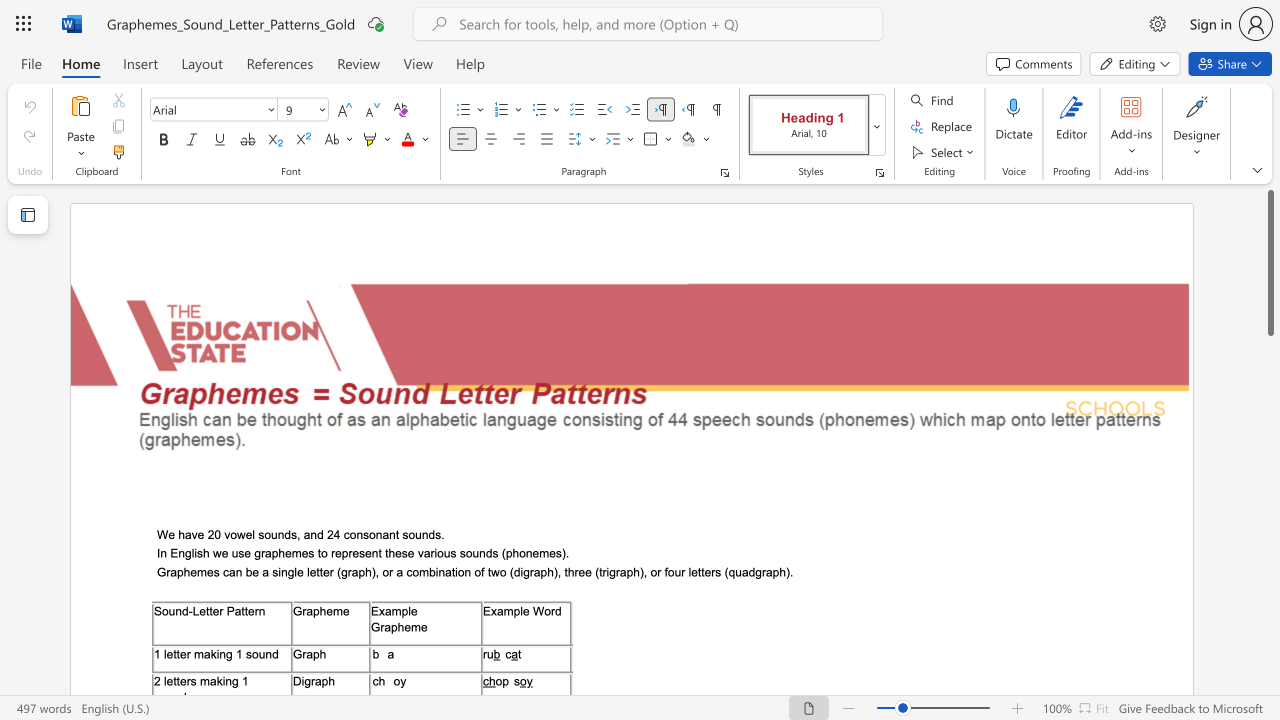 The image size is (1280, 720). Describe the element at coordinates (1269, 598) in the screenshot. I see `the scrollbar to move the page downward` at that location.